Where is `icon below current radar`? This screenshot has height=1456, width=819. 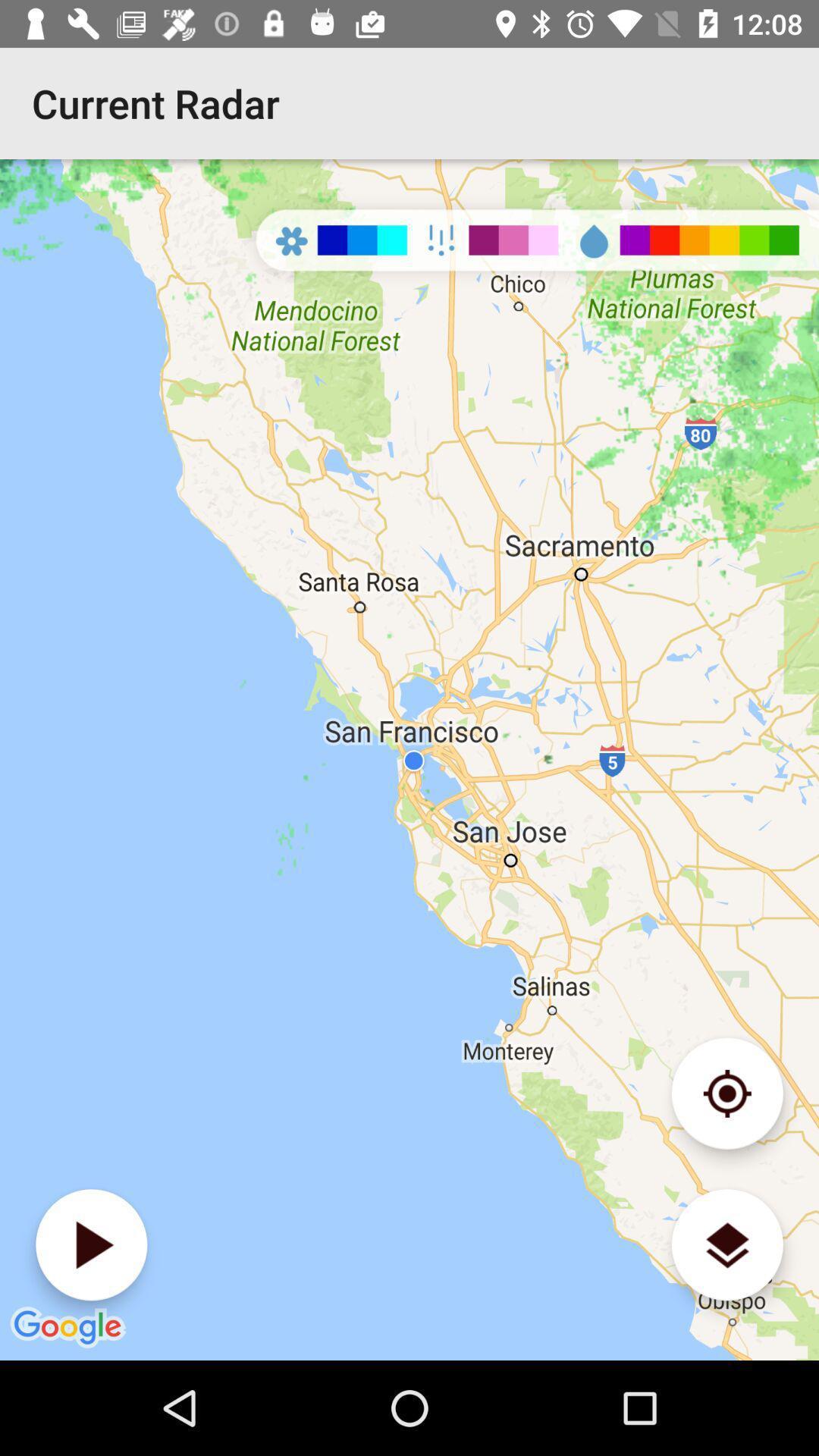 icon below current radar is located at coordinates (409, 760).